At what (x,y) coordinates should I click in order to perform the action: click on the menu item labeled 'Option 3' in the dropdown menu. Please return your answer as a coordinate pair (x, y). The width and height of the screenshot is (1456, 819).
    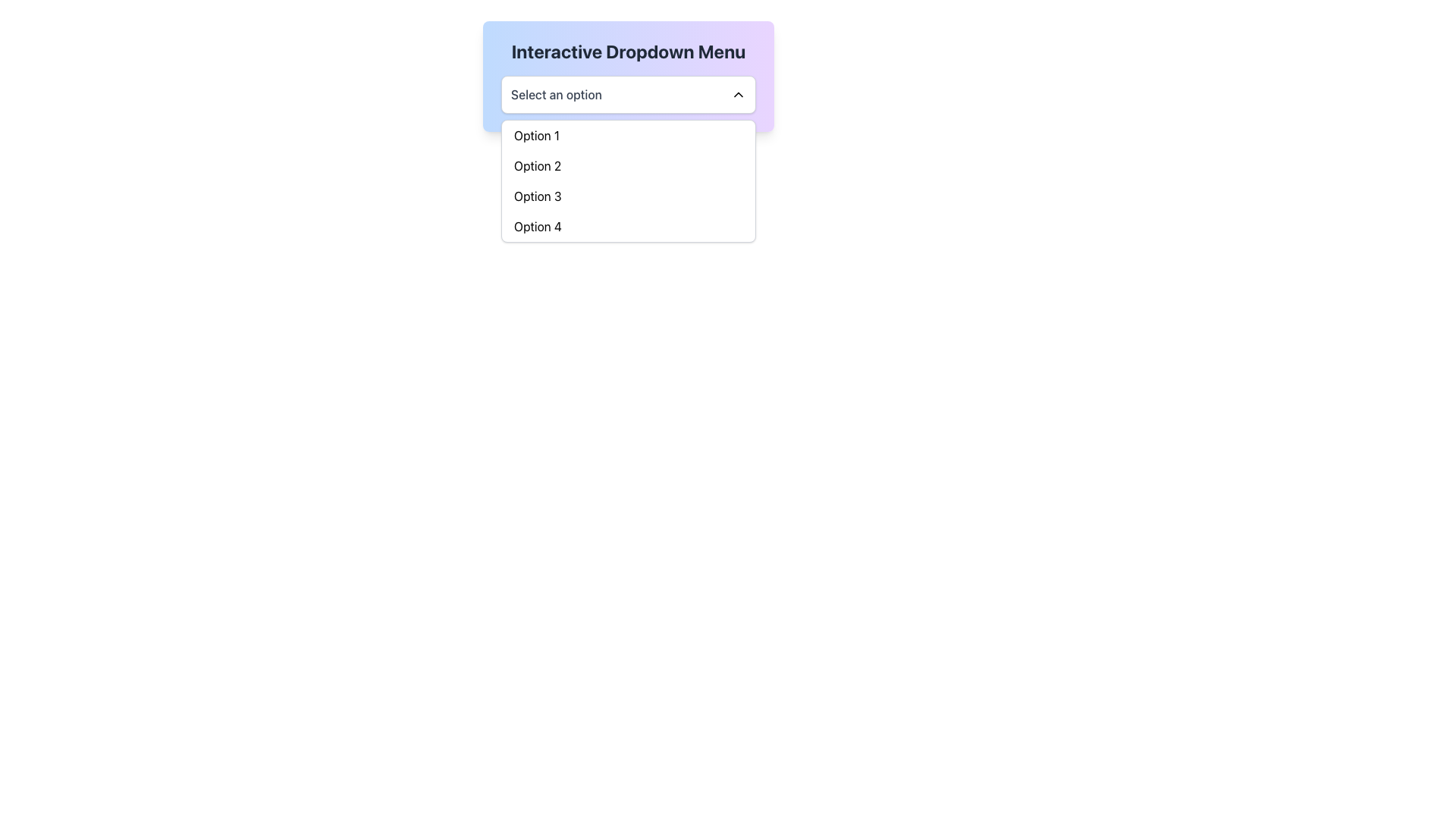
    Looking at the image, I should click on (629, 195).